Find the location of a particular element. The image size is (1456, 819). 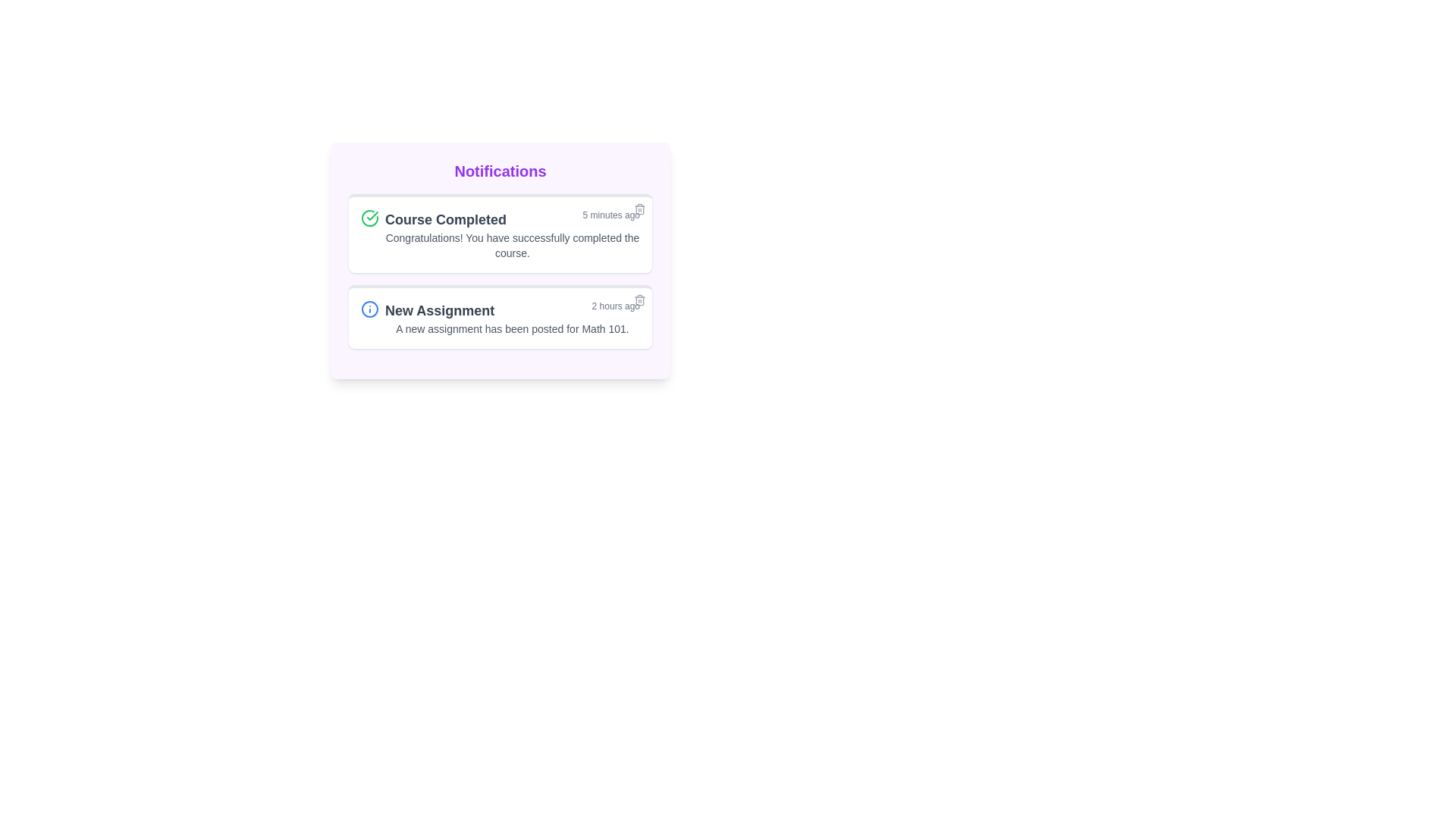

timestamp information from the Text label located in the 'New Assignment' notification block, which is aligned to the right edge and positioned above the notification's description is located at coordinates (616, 309).